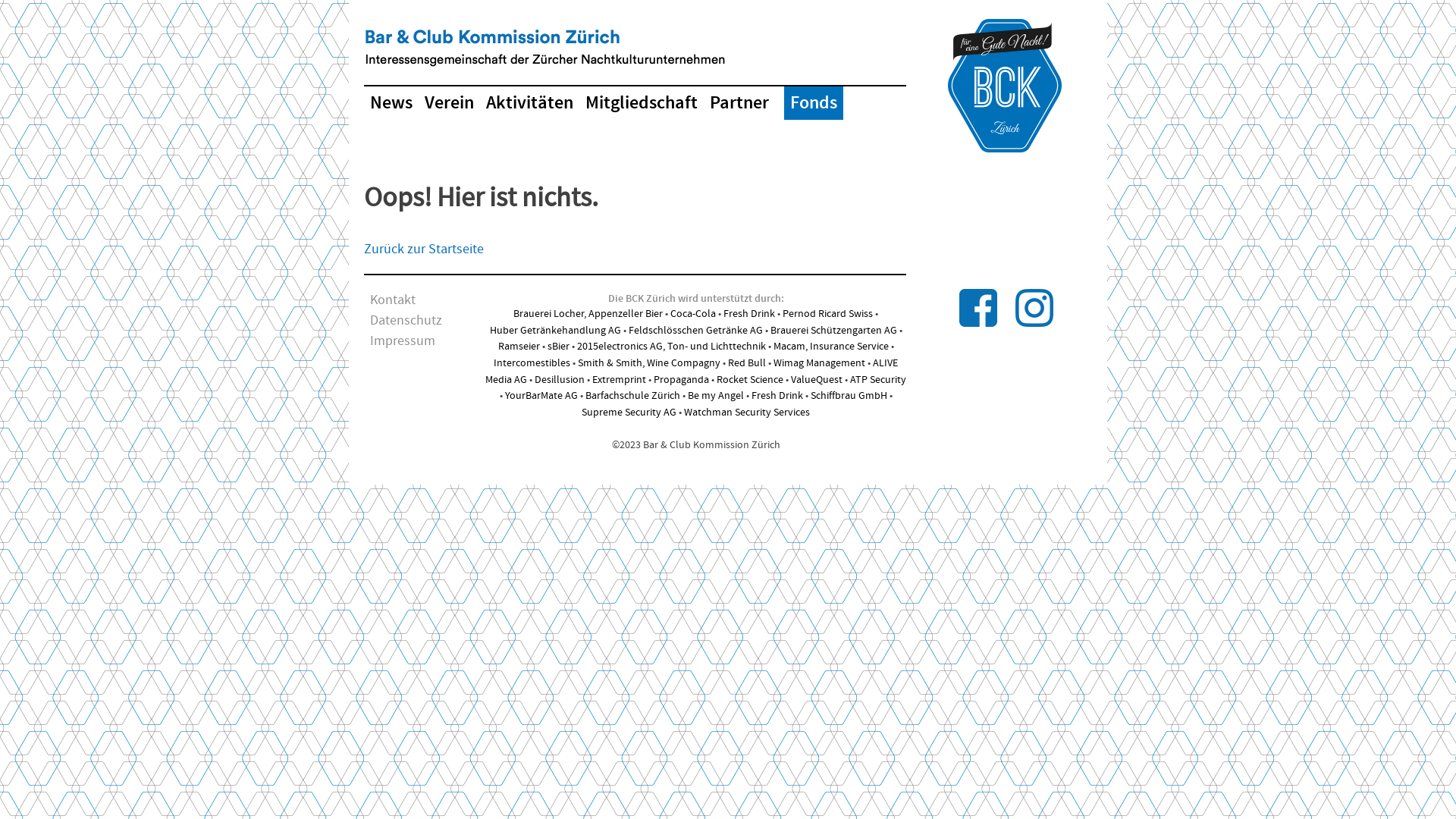 The height and width of the screenshot is (819, 1456). Describe the element at coordinates (691, 371) in the screenshot. I see `'ALIVE Media AG'` at that location.